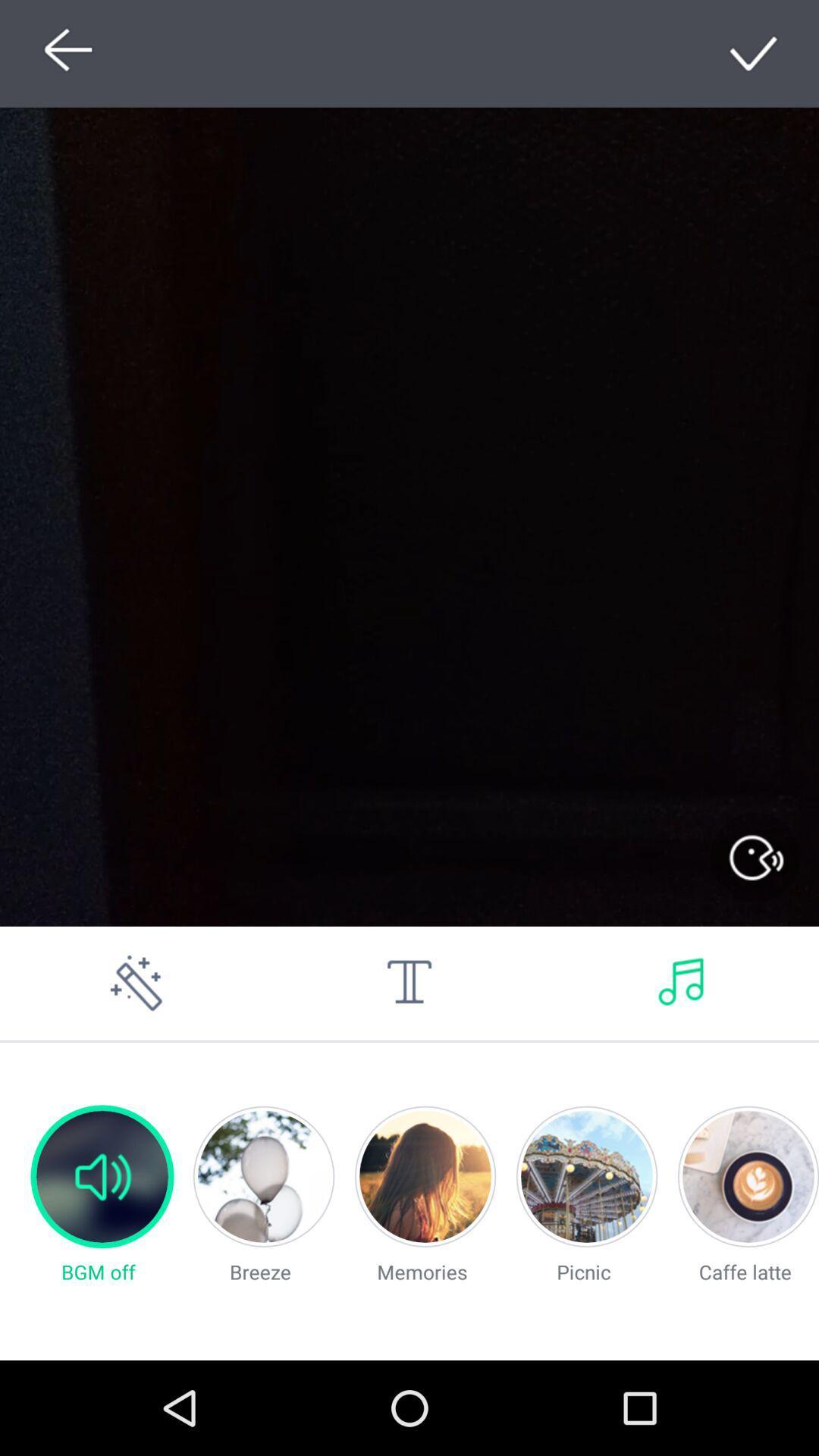 This screenshot has height=1456, width=819. Describe the element at coordinates (409, 983) in the screenshot. I see `this icon indicates a text items` at that location.